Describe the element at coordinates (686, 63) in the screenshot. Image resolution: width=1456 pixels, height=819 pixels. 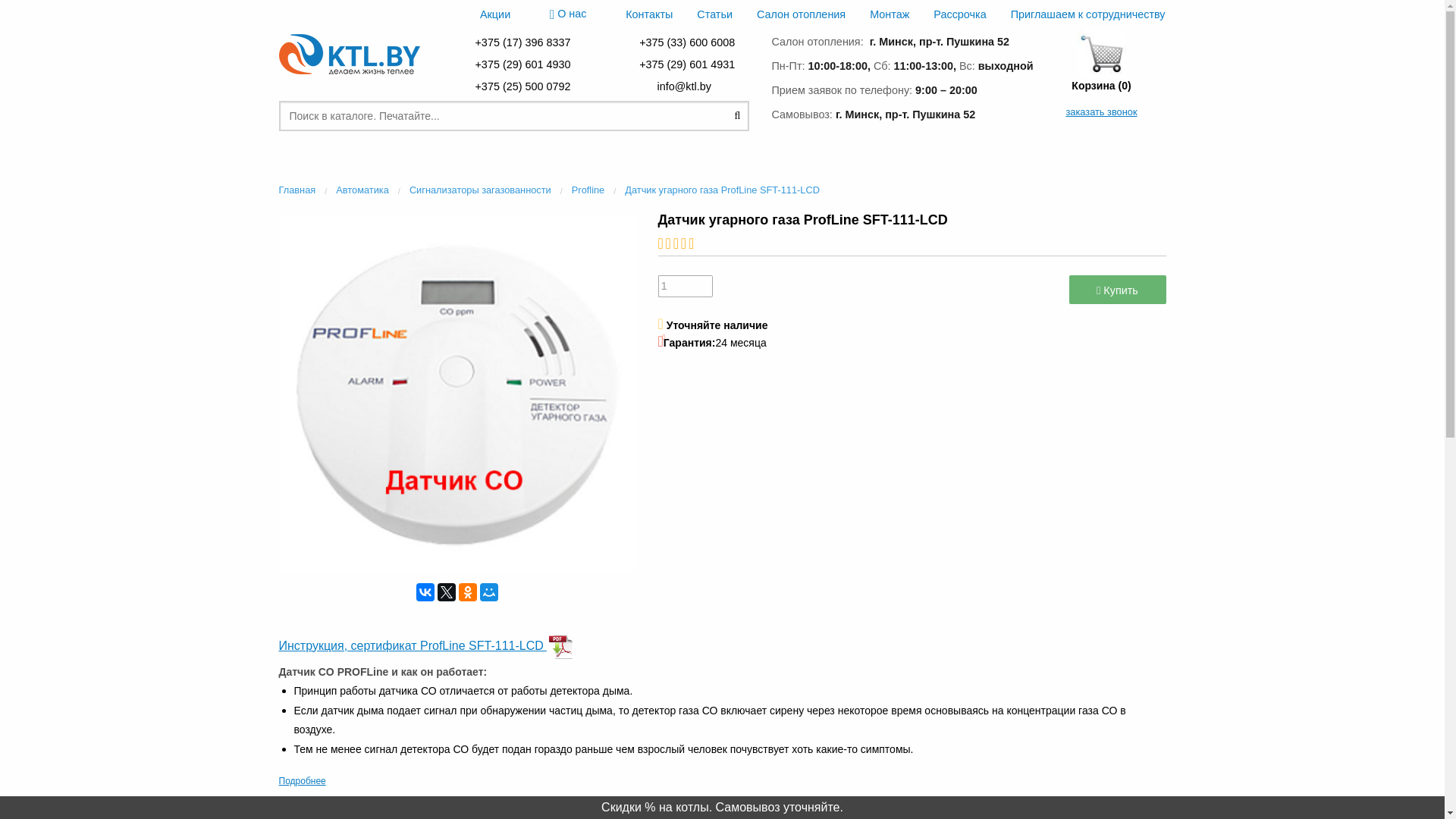
I see `'+375 (29) 601 4931'` at that location.